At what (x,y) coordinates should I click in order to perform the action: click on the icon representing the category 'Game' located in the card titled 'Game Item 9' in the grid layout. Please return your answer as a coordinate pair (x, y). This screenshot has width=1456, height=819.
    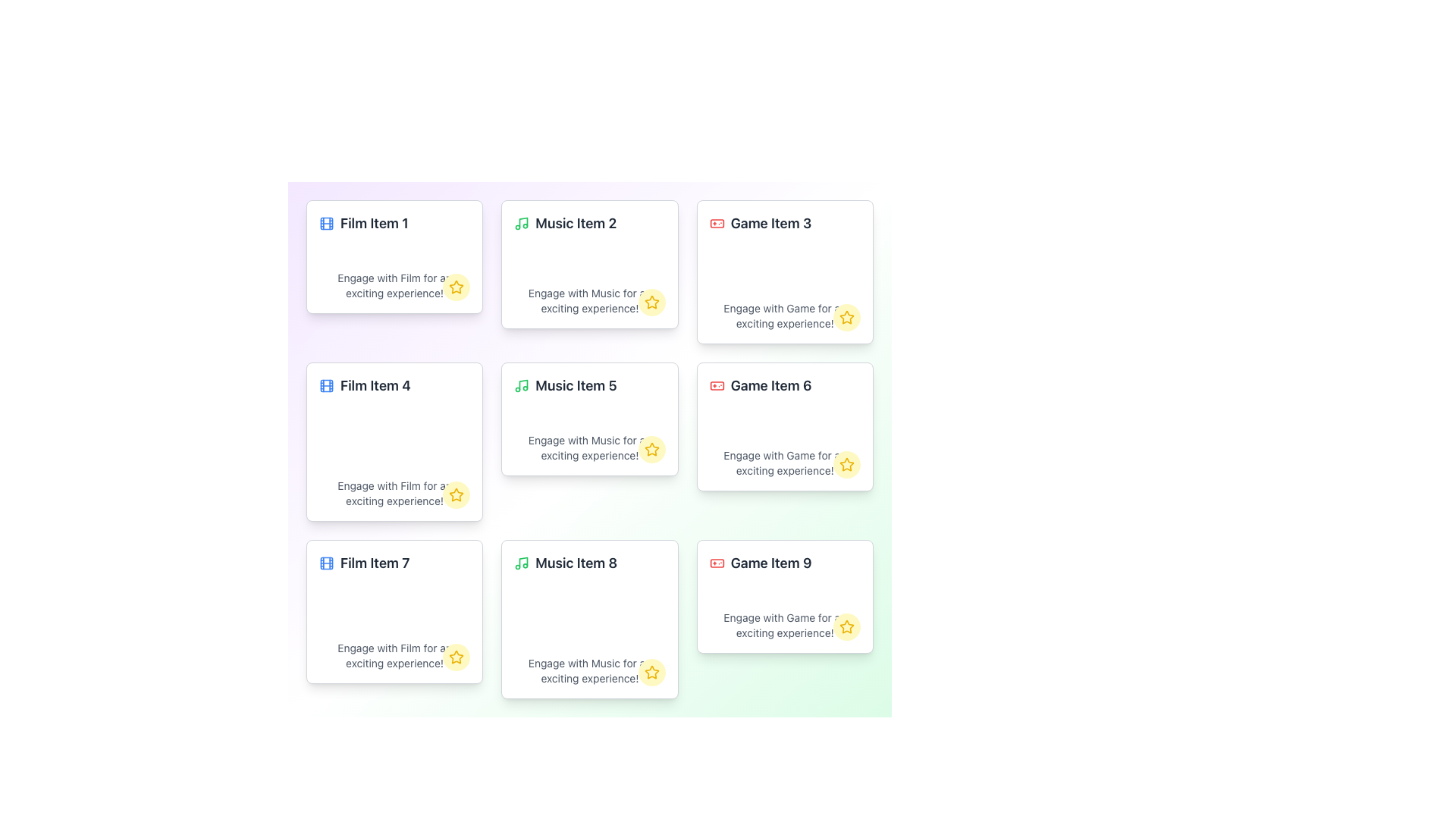
    Looking at the image, I should click on (716, 563).